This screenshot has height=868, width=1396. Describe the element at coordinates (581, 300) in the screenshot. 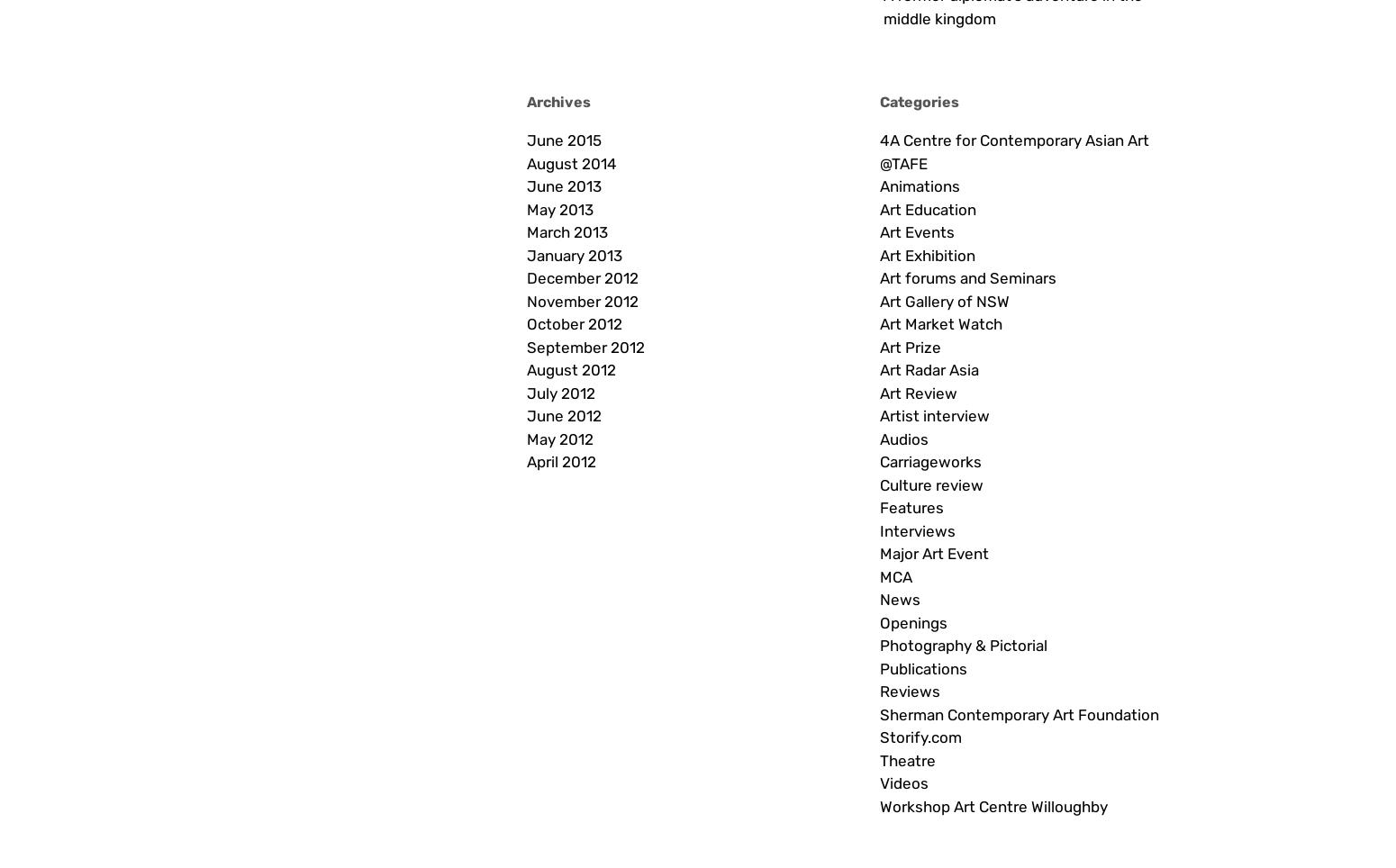

I see `'November 2012'` at that location.